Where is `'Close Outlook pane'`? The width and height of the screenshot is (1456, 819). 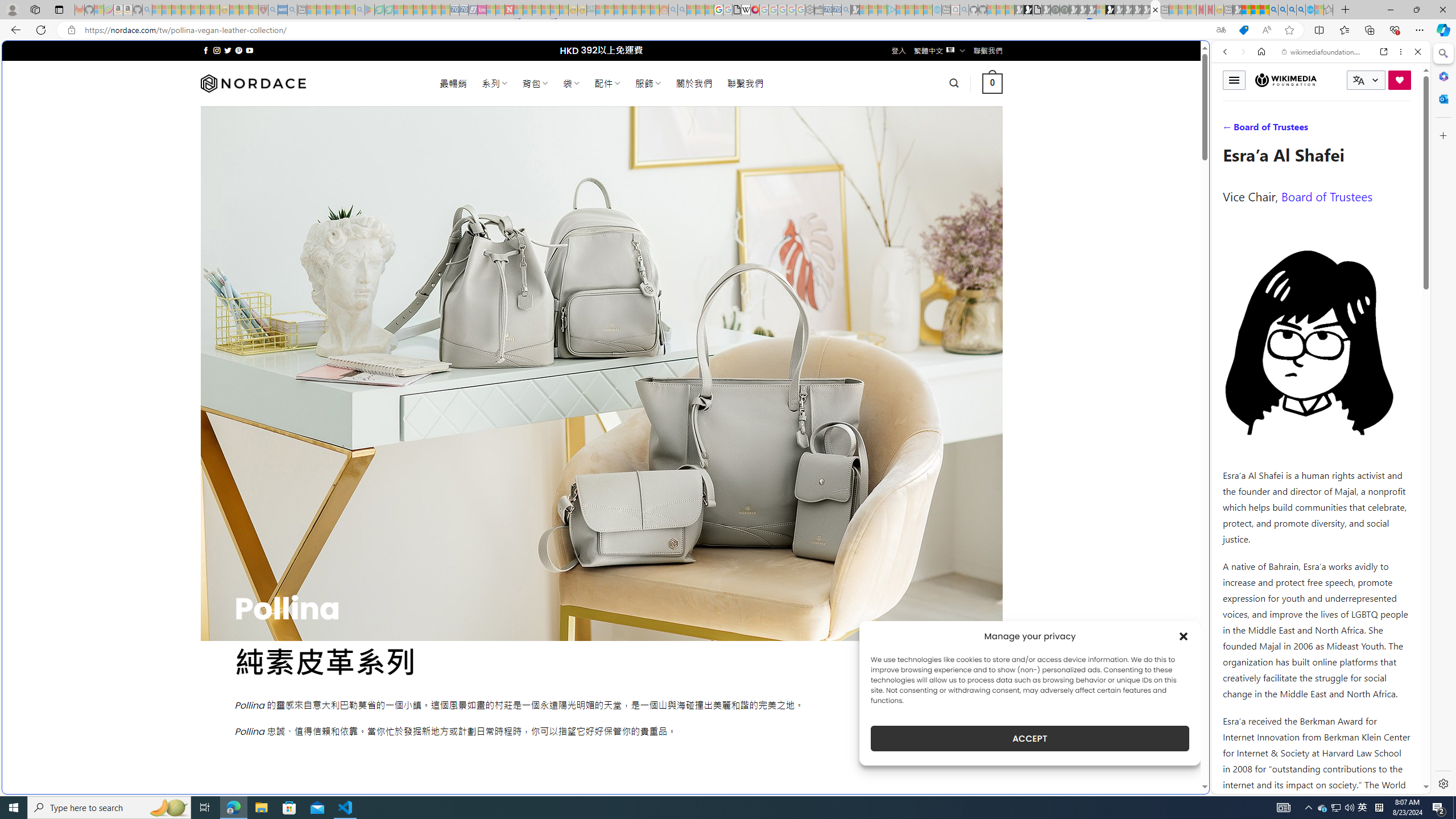
'Close Outlook pane' is located at coordinates (1442, 98).